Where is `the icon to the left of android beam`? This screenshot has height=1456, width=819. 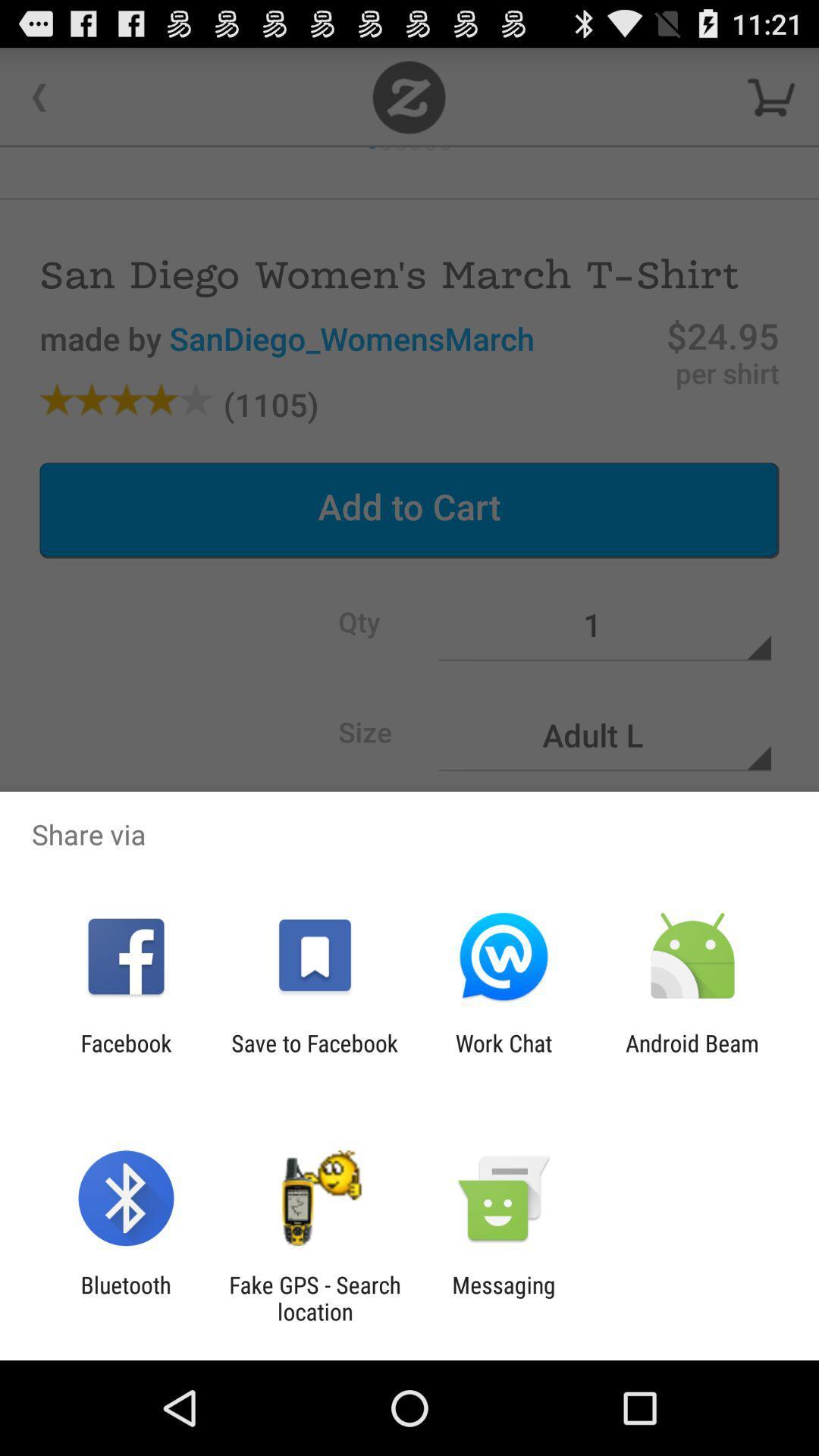
the icon to the left of android beam is located at coordinates (504, 1056).